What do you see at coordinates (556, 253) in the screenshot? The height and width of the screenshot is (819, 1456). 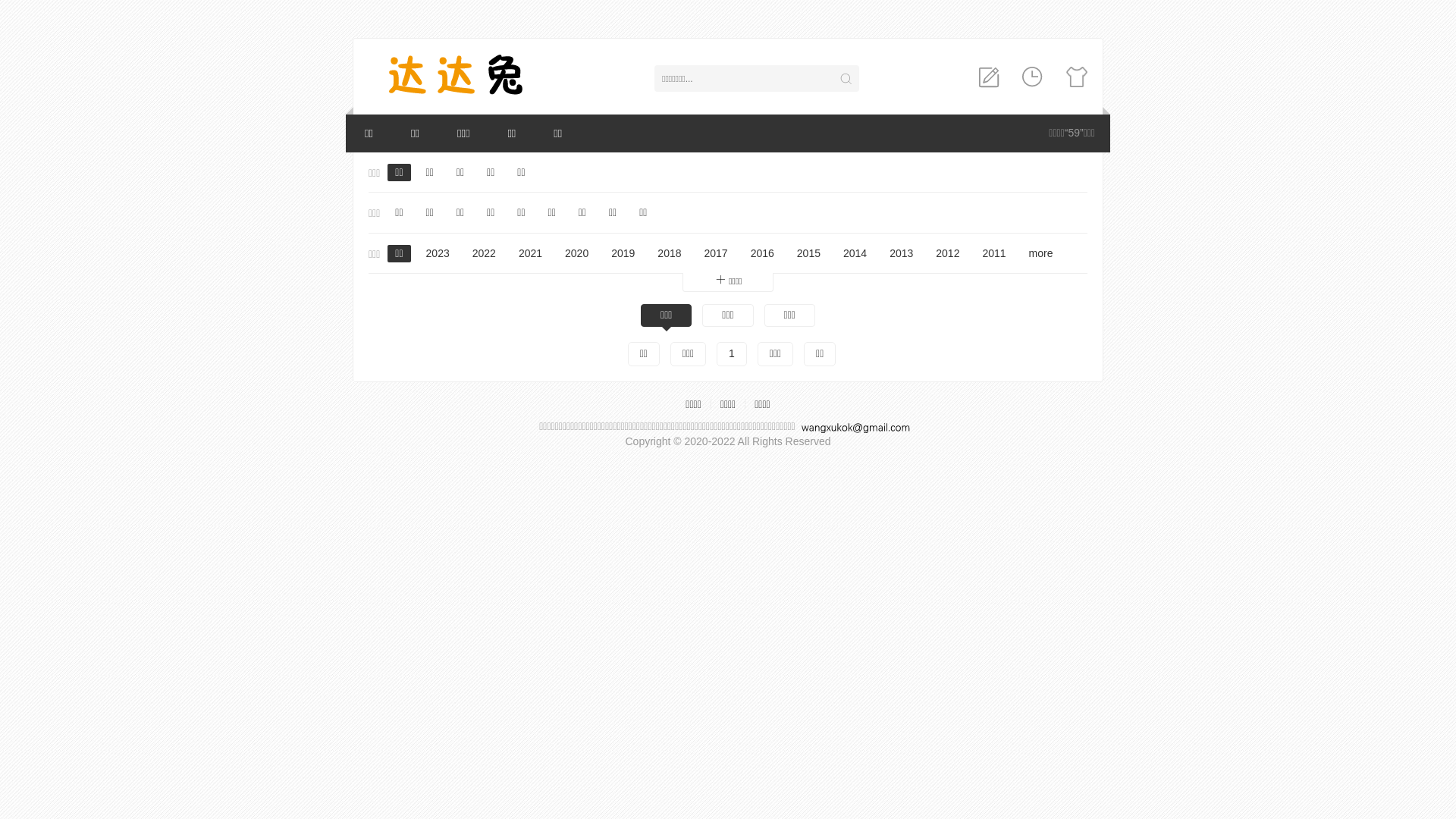 I see `'2020'` at bounding box center [556, 253].